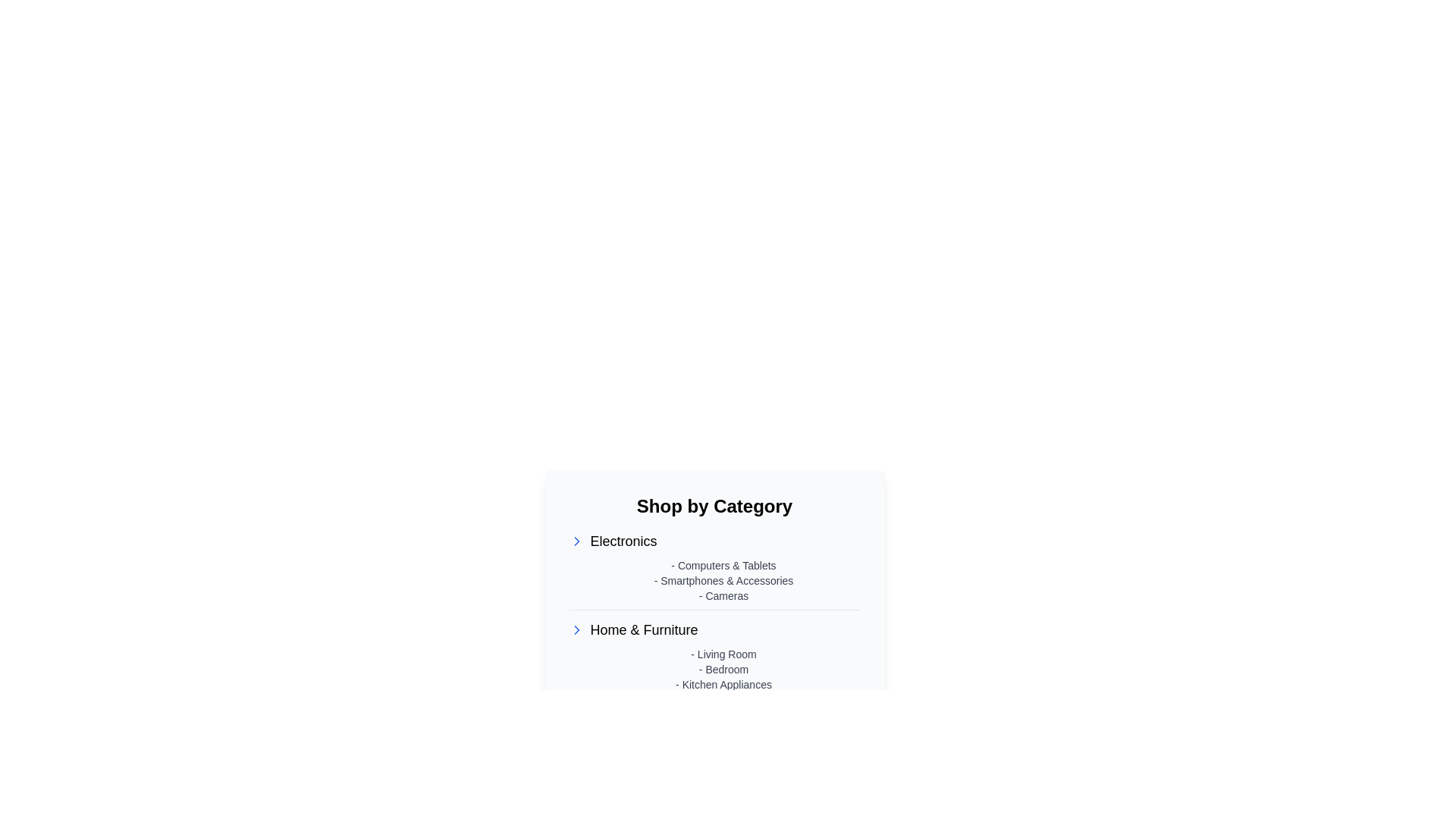  Describe the element at coordinates (723, 669) in the screenshot. I see `the text label displaying '- Bedroom', which is the second item in the list under 'Home & Furniture'` at that location.